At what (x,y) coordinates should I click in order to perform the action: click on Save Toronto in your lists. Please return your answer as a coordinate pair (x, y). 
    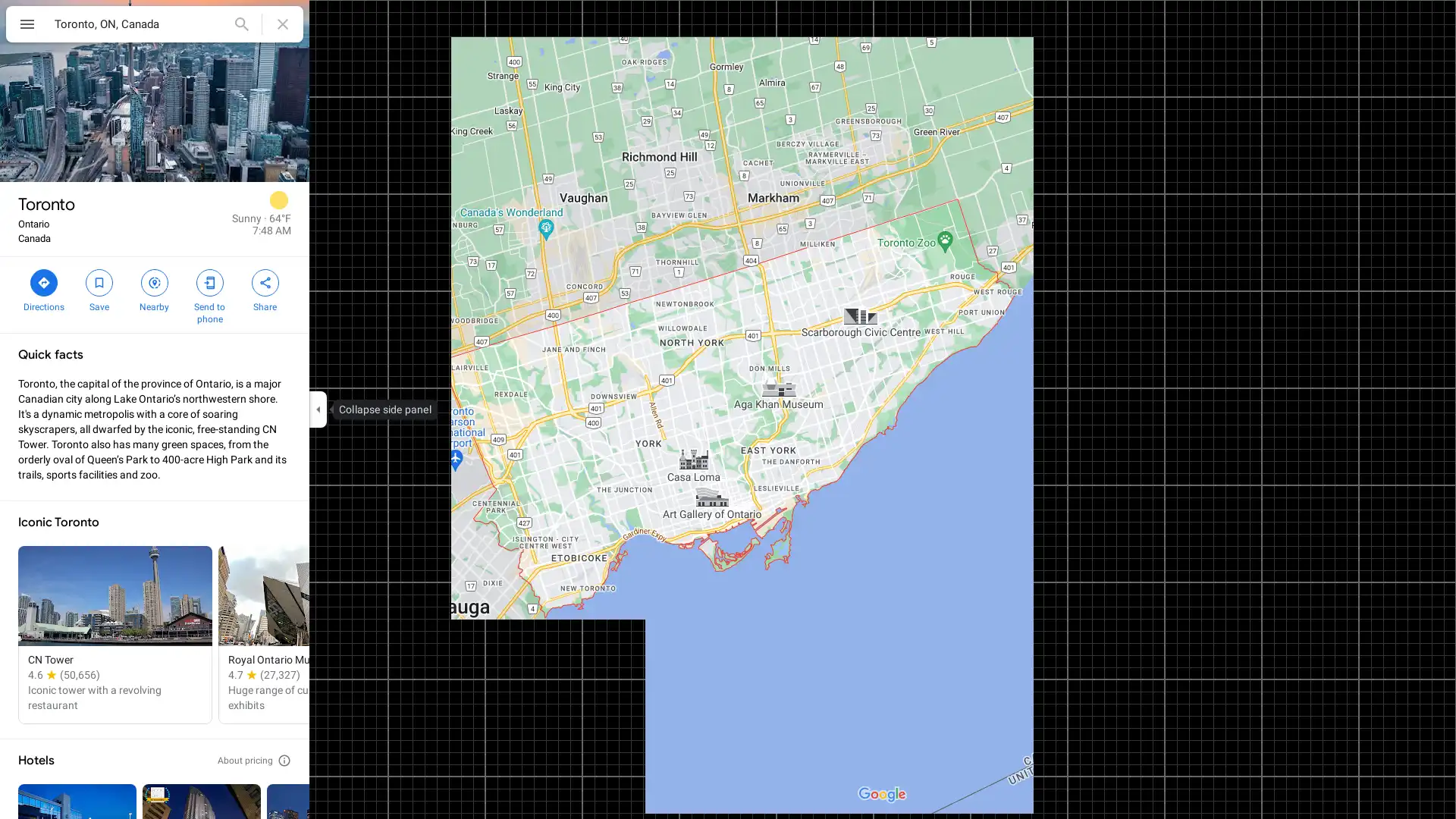
    Looking at the image, I should click on (98, 289).